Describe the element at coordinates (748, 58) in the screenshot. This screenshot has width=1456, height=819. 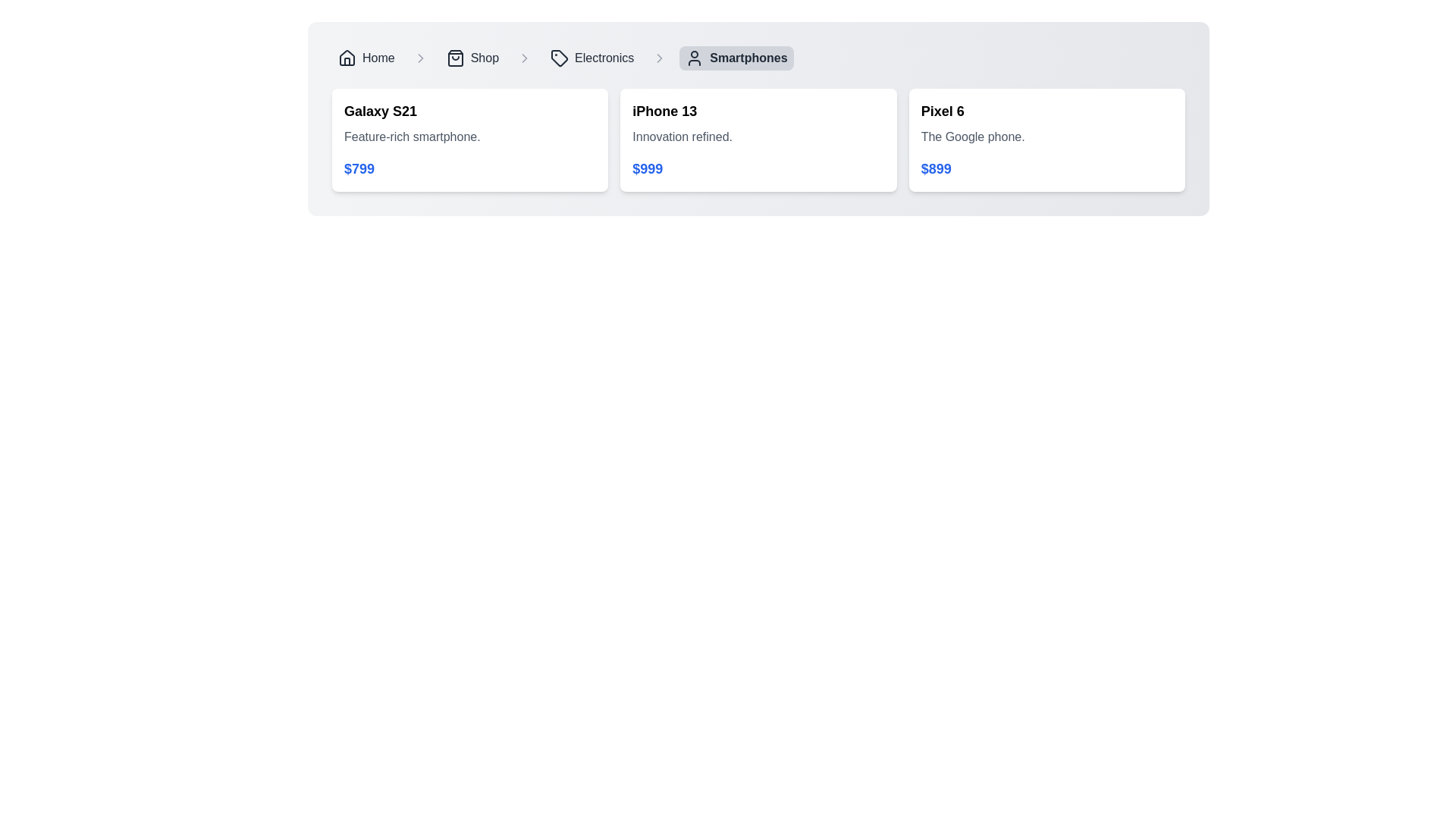
I see `the static text within the breadcrumb navigation indicating the 'Smartphones' category, located in the top center portion of the interface` at that location.